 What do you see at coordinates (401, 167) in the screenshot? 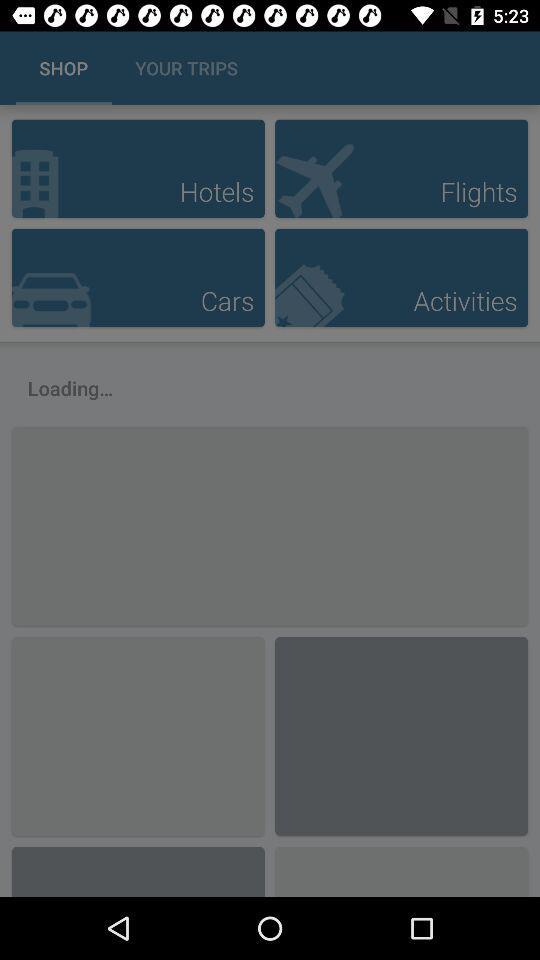
I see `search for flights` at bounding box center [401, 167].